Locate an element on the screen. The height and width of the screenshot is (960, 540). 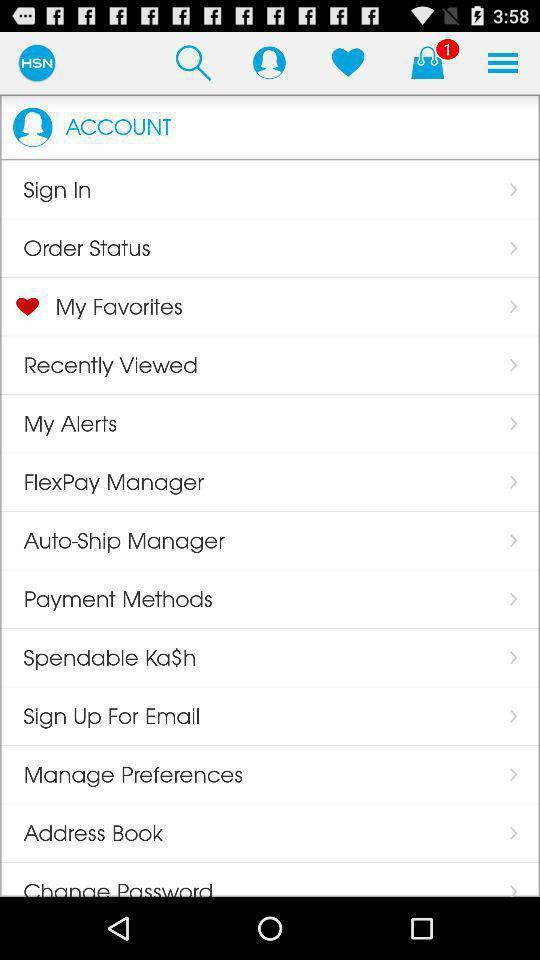
item next to the account app is located at coordinates (31, 126).